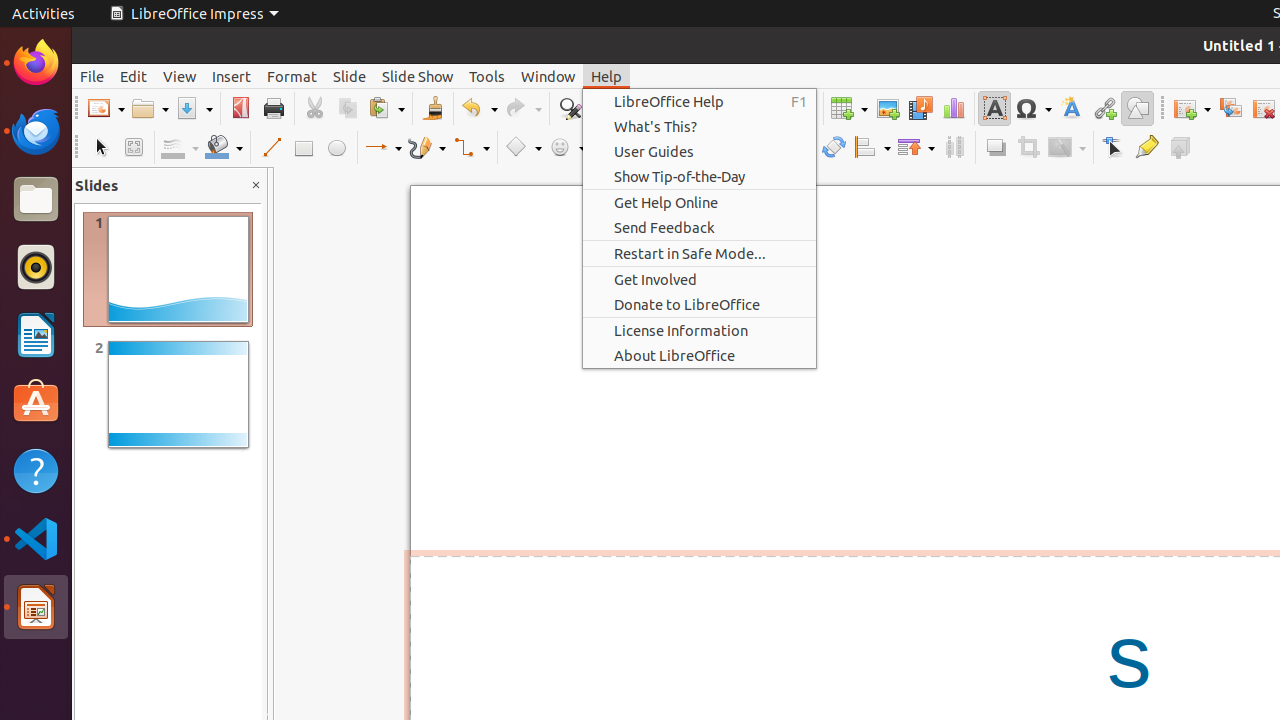 Image resolution: width=1280 pixels, height=720 pixels. What do you see at coordinates (487, 75) in the screenshot?
I see `'Tools'` at bounding box center [487, 75].